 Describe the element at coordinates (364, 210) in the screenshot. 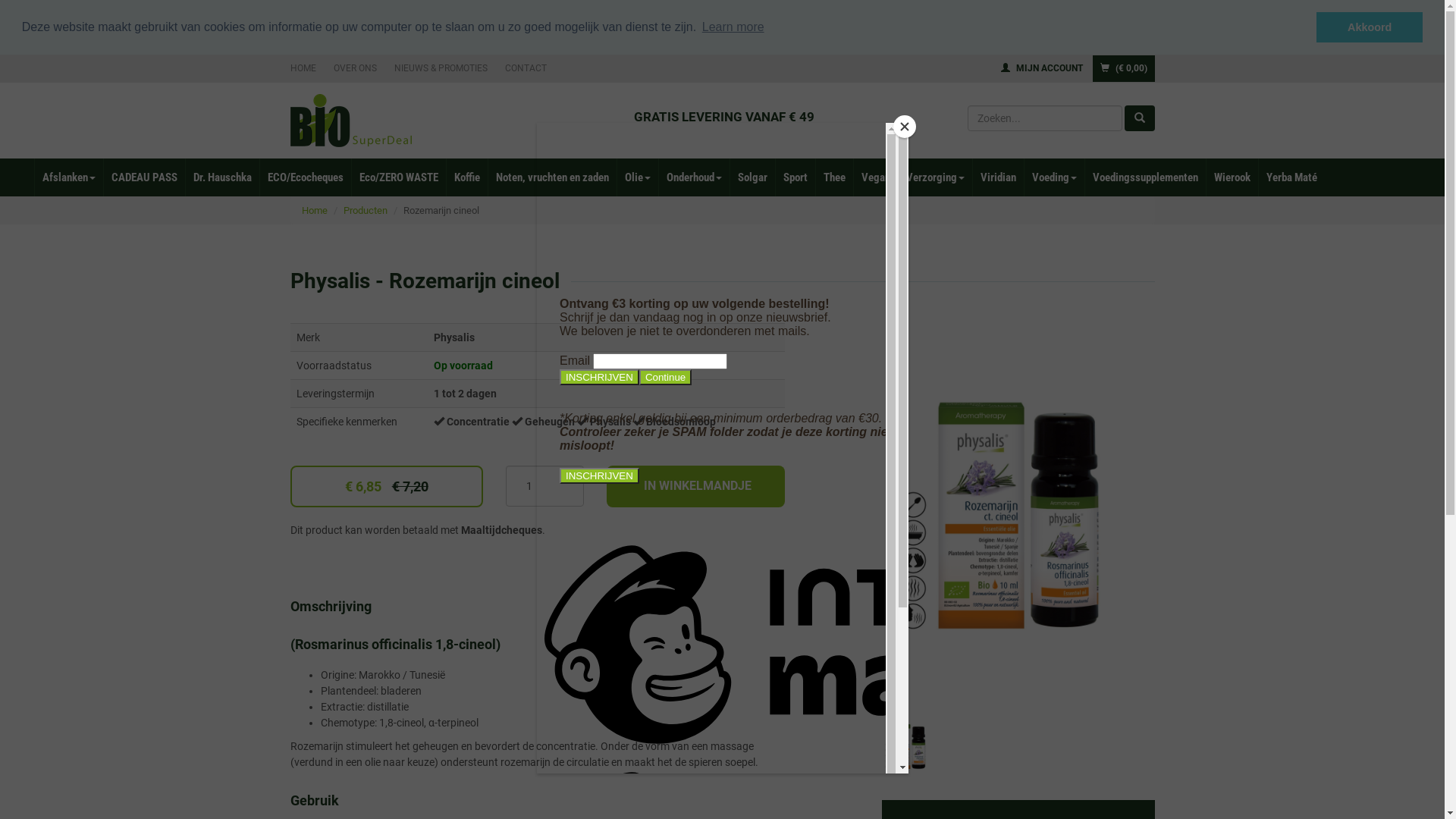

I see `'Producten'` at that location.